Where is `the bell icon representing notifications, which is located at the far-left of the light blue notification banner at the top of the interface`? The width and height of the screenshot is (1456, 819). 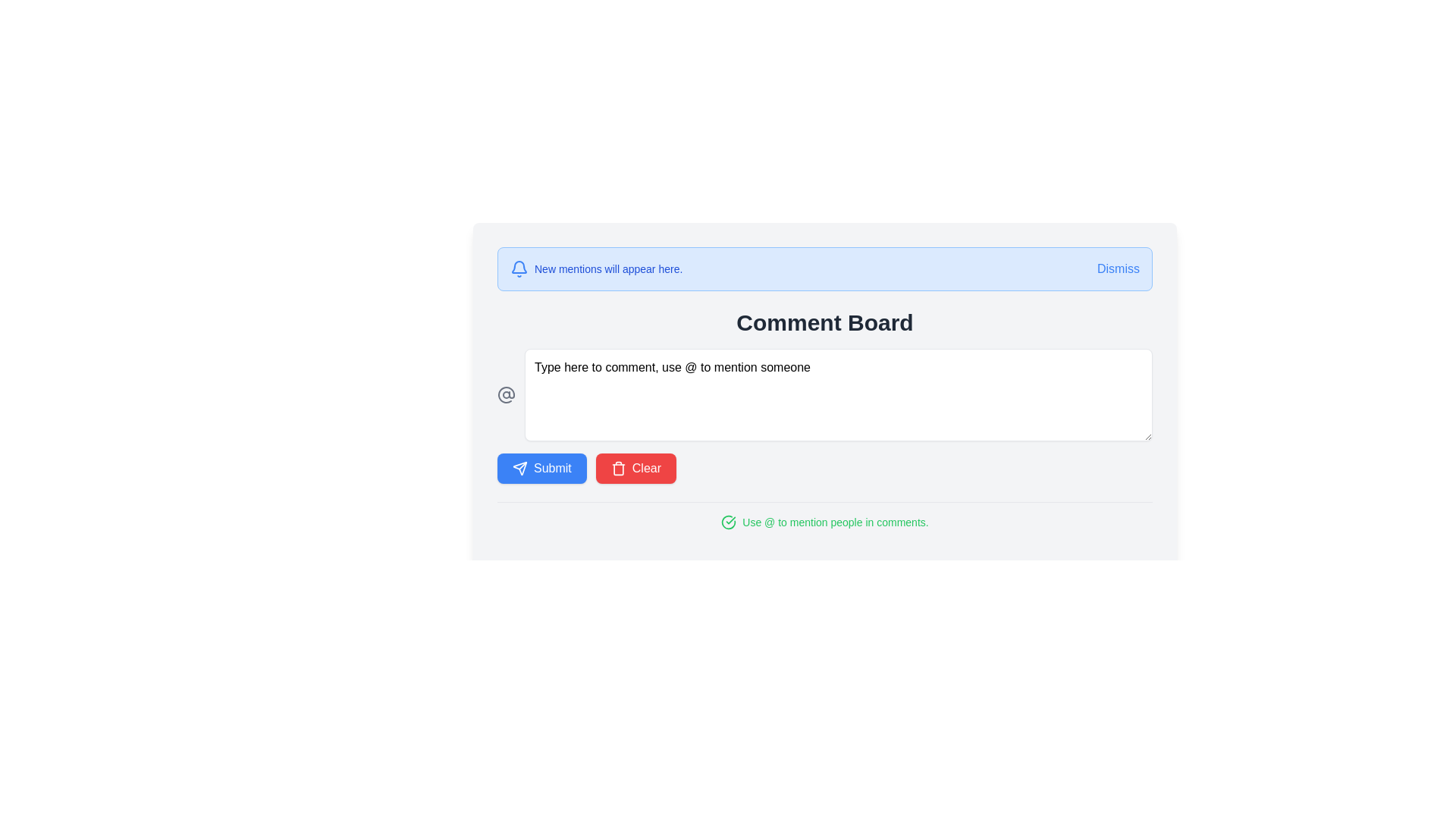
the bell icon representing notifications, which is located at the far-left of the light blue notification banner at the top of the interface is located at coordinates (519, 268).